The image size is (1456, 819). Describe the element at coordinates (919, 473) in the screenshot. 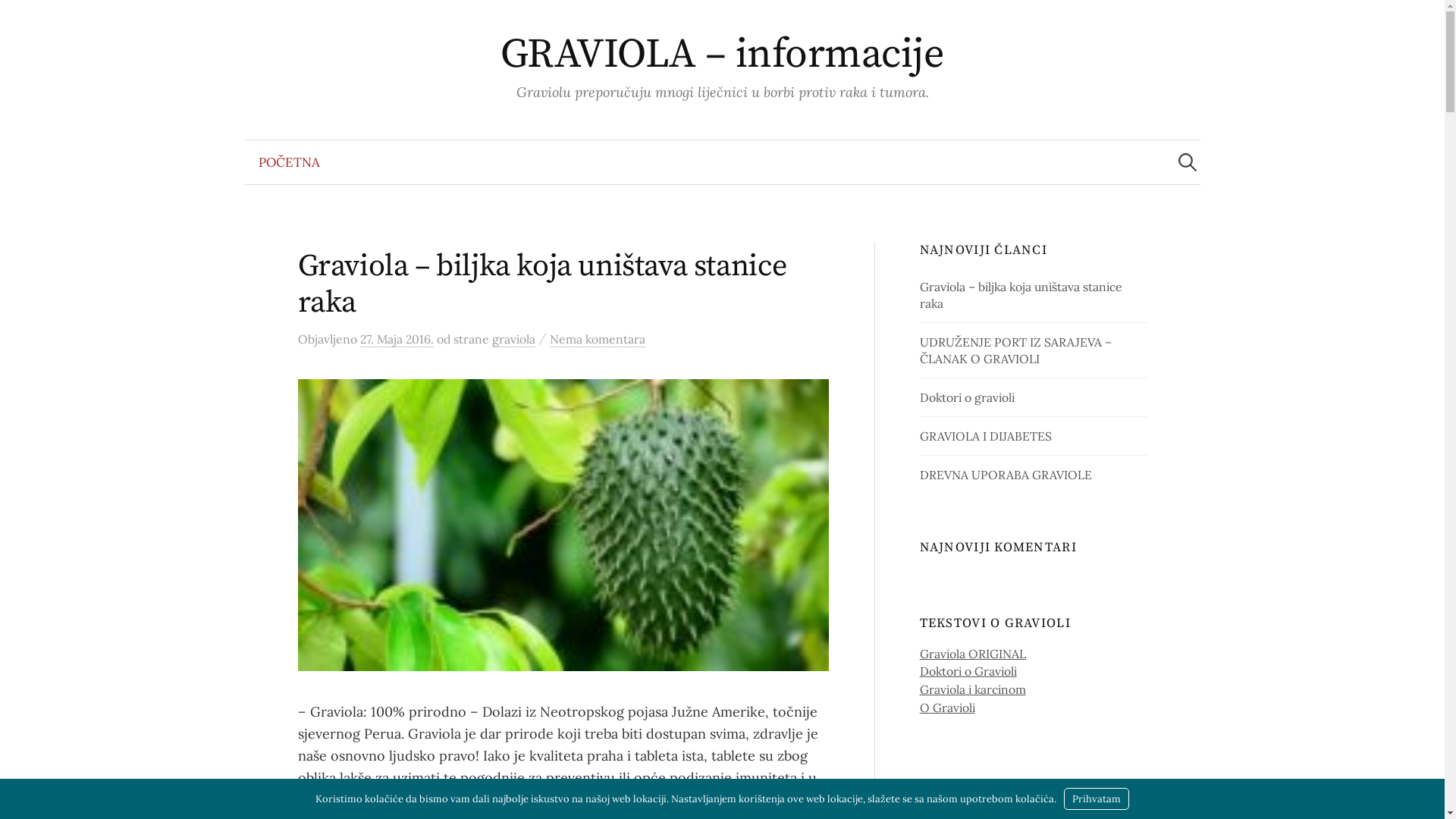

I see `'DREVNA UPORABA GRAVIOLE'` at that location.